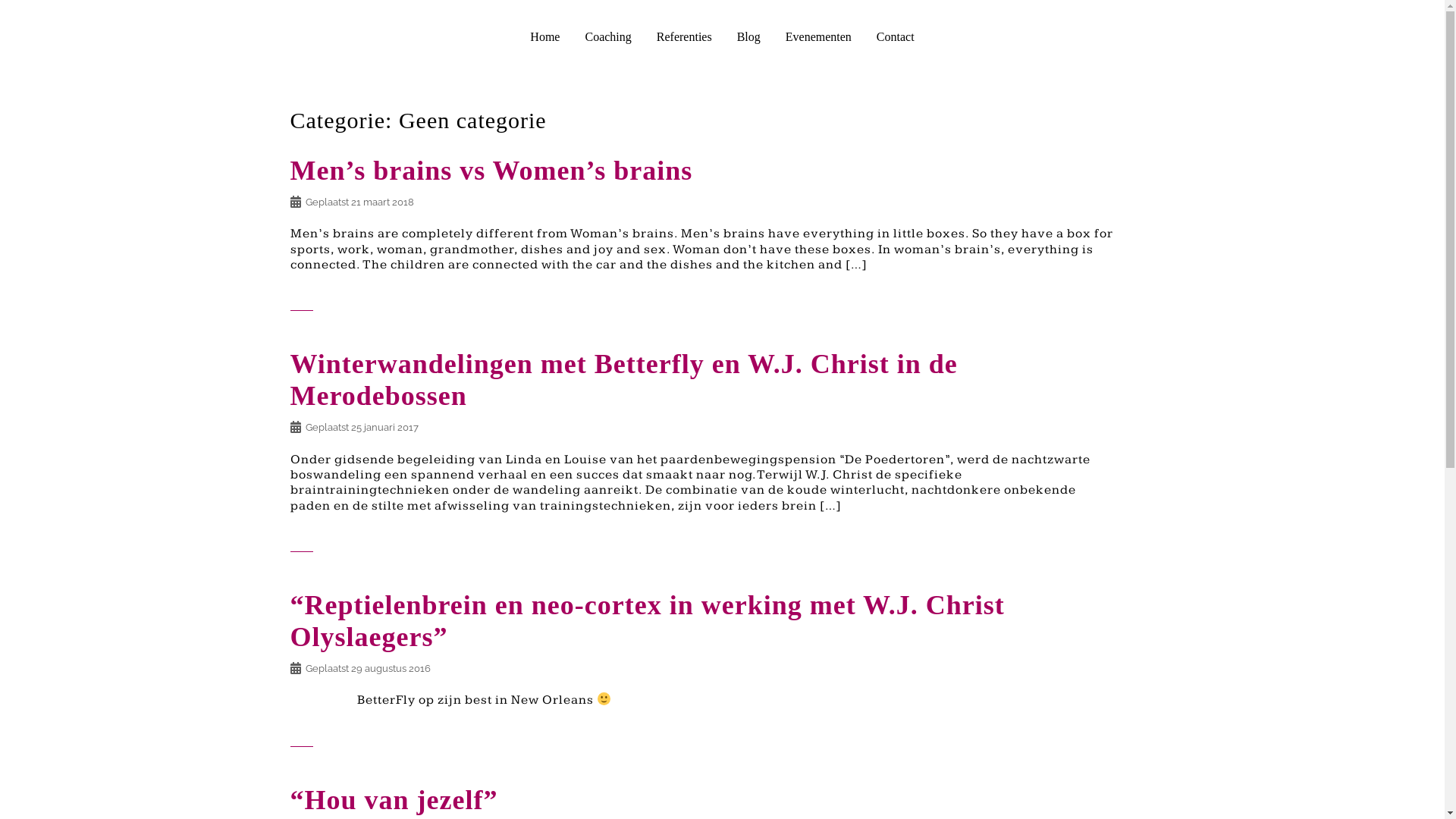  Describe the element at coordinates (381, 201) in the screenshot. I see `'21 maart 2018'` at that location.